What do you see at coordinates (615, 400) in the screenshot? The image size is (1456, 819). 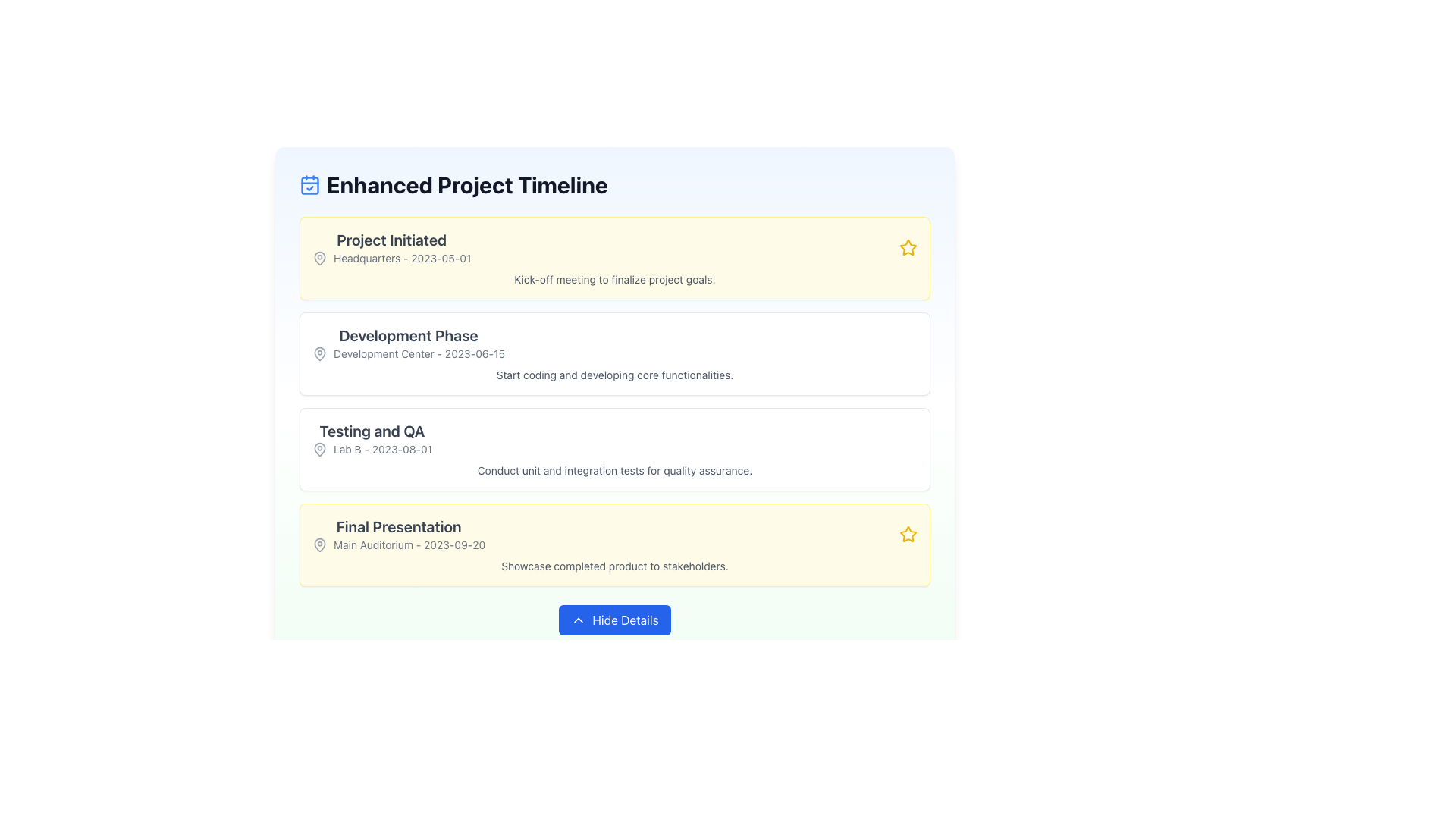 I see `information displayed on the structured informational card positioned centrally in the content area, specifically the second milestone card below 'Project Initiated' and above 'Testing and QA'` at bounding box center [615, 400].